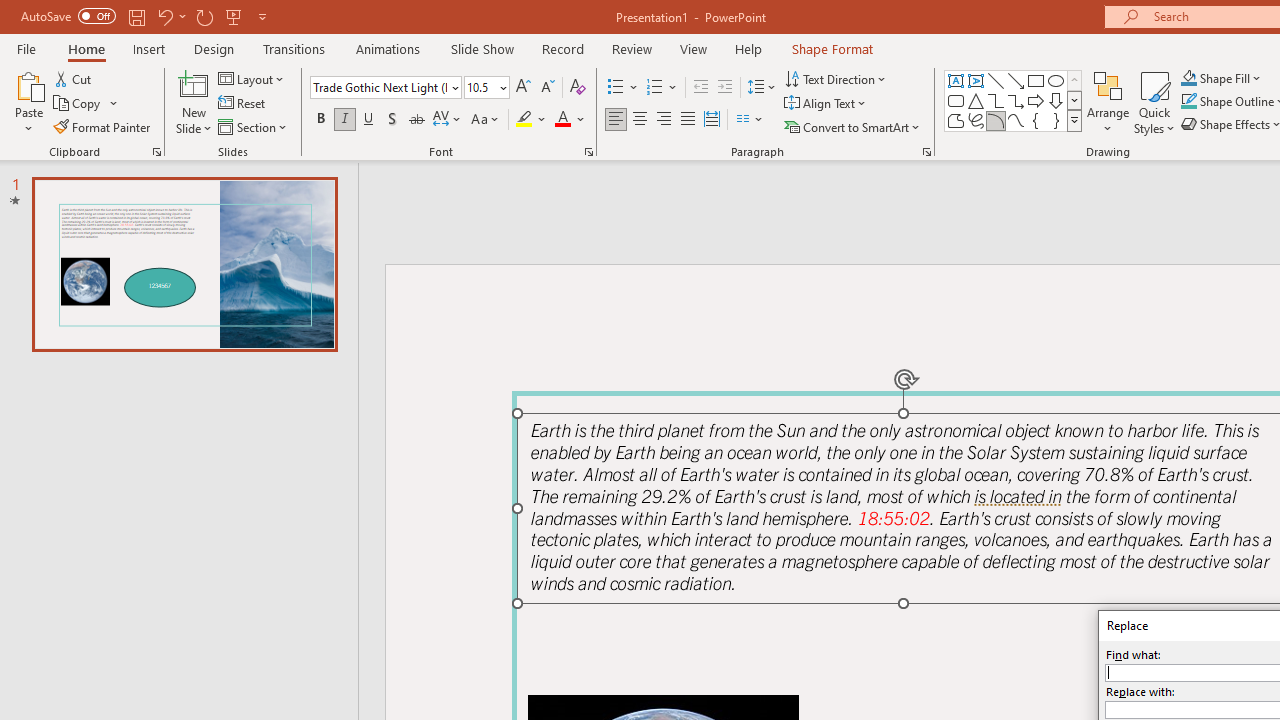 The width and height of the screenshot is (1280, 720). What do you see at coordinates (242, 103) in the screenshot?
I see `'Reset'` at bounding box center [242, 103].